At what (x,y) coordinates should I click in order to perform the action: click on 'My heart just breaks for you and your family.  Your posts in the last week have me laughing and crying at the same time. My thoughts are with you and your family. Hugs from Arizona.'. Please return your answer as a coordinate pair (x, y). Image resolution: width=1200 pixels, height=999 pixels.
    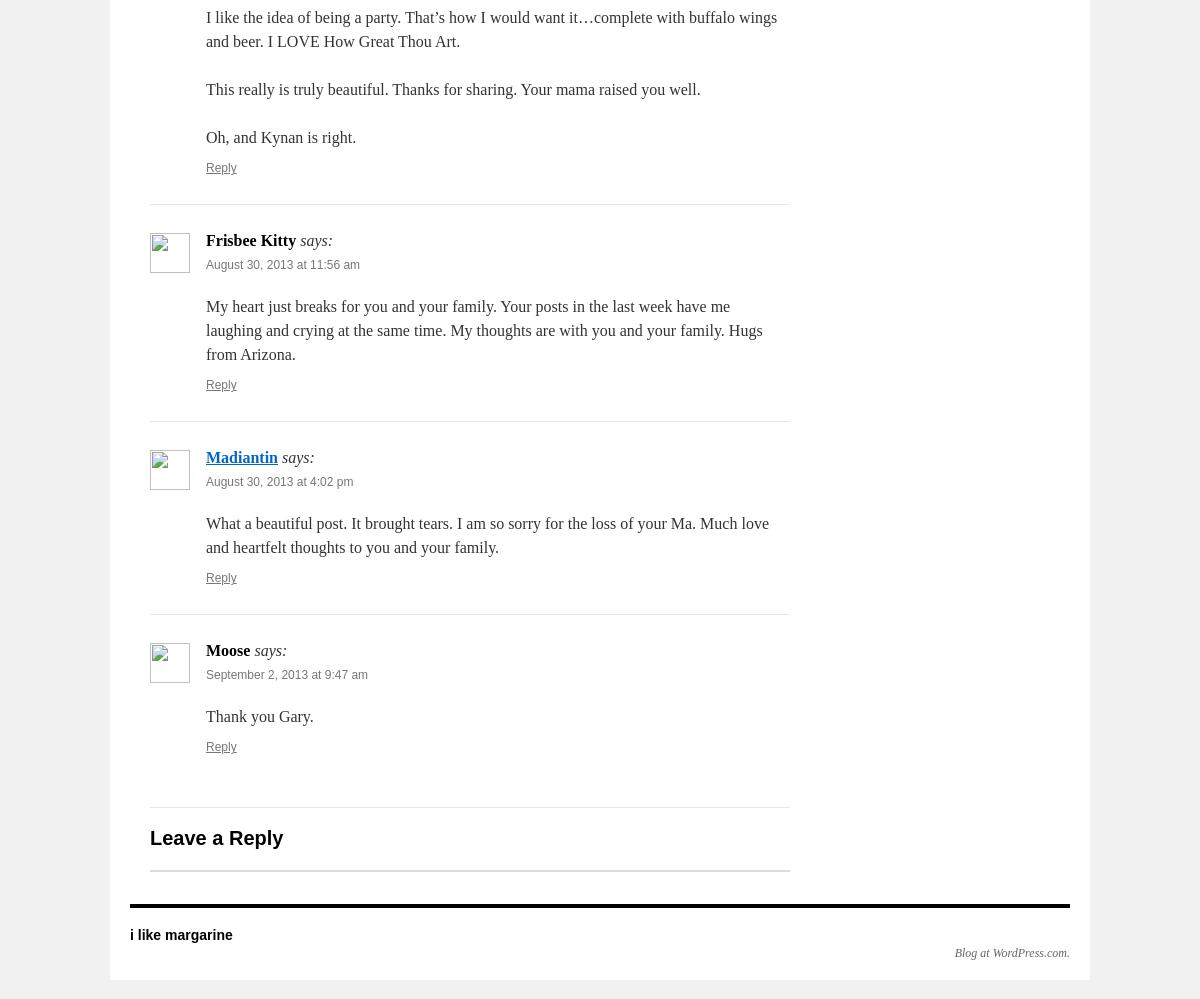
    Looking at the image, I should click on (482, 329).